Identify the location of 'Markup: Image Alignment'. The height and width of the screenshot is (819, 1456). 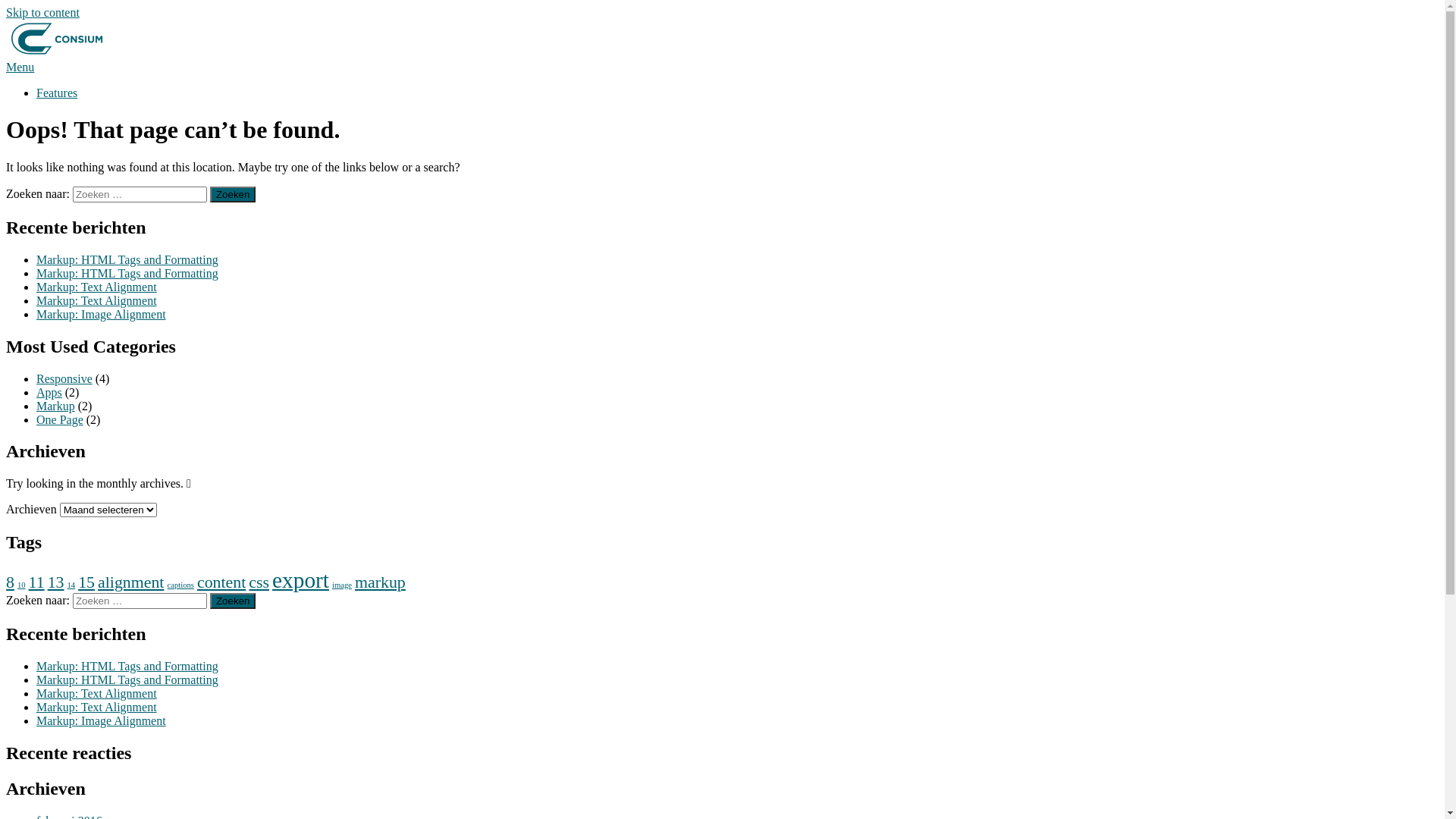
(100, 720).